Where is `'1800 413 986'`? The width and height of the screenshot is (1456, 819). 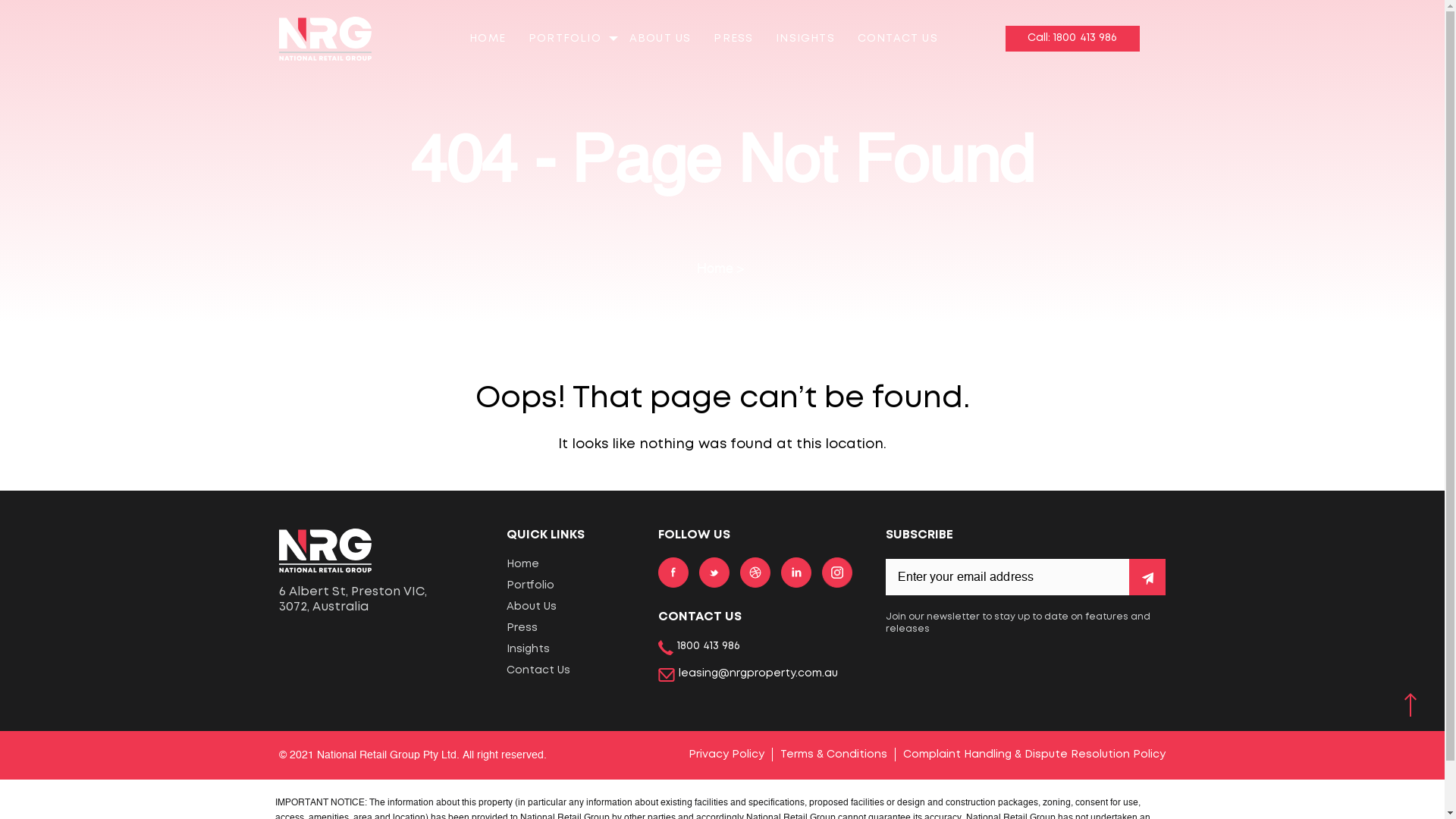
'1800 413 986' is located at coordinates (658, 647).